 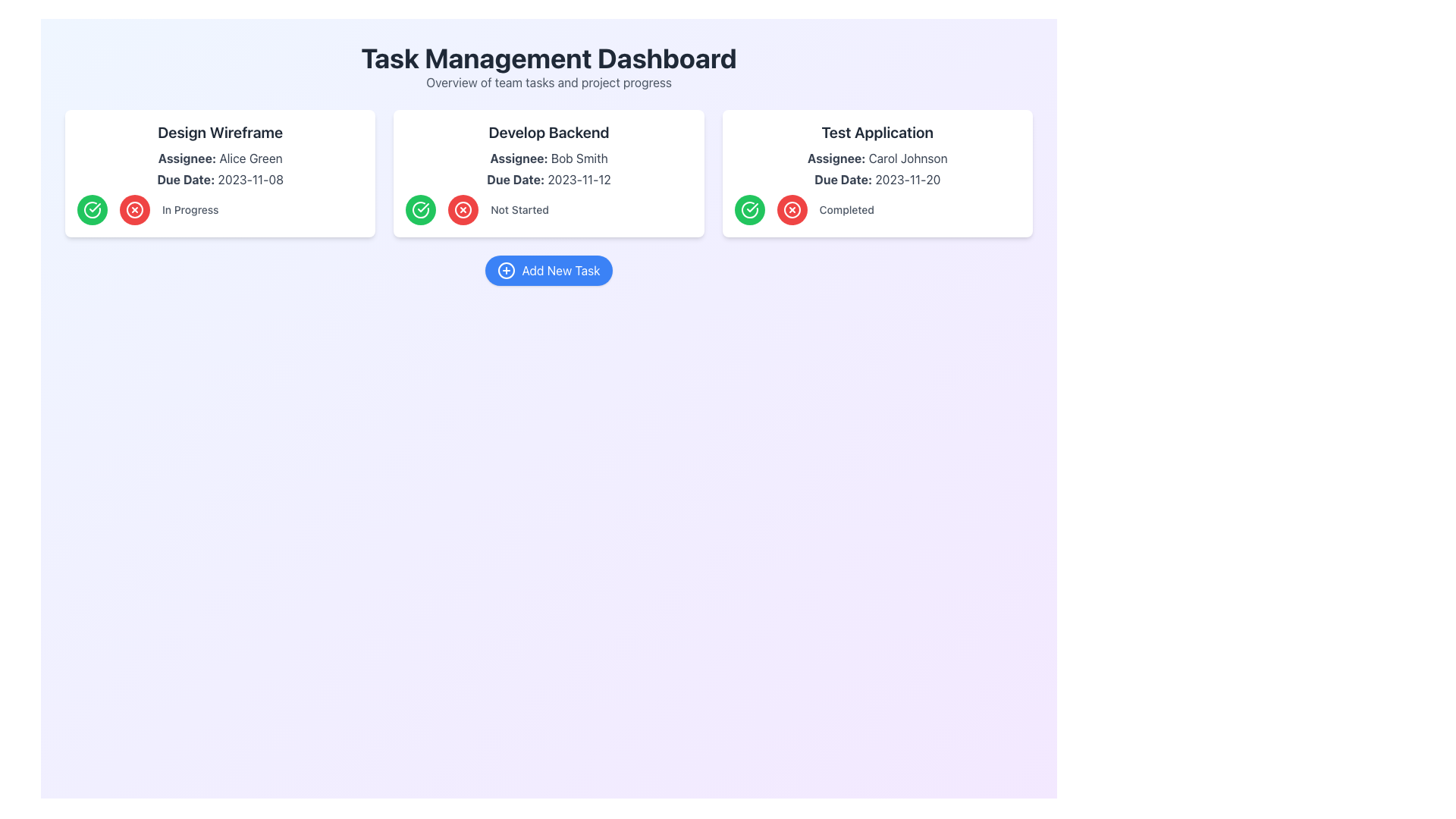 I want to click on the text label 'Assignee:' which is bold and darker gray, located in the middle task card under 'Develop Backend', to the left of 'Bob Smith', so click(x=519, y=158).